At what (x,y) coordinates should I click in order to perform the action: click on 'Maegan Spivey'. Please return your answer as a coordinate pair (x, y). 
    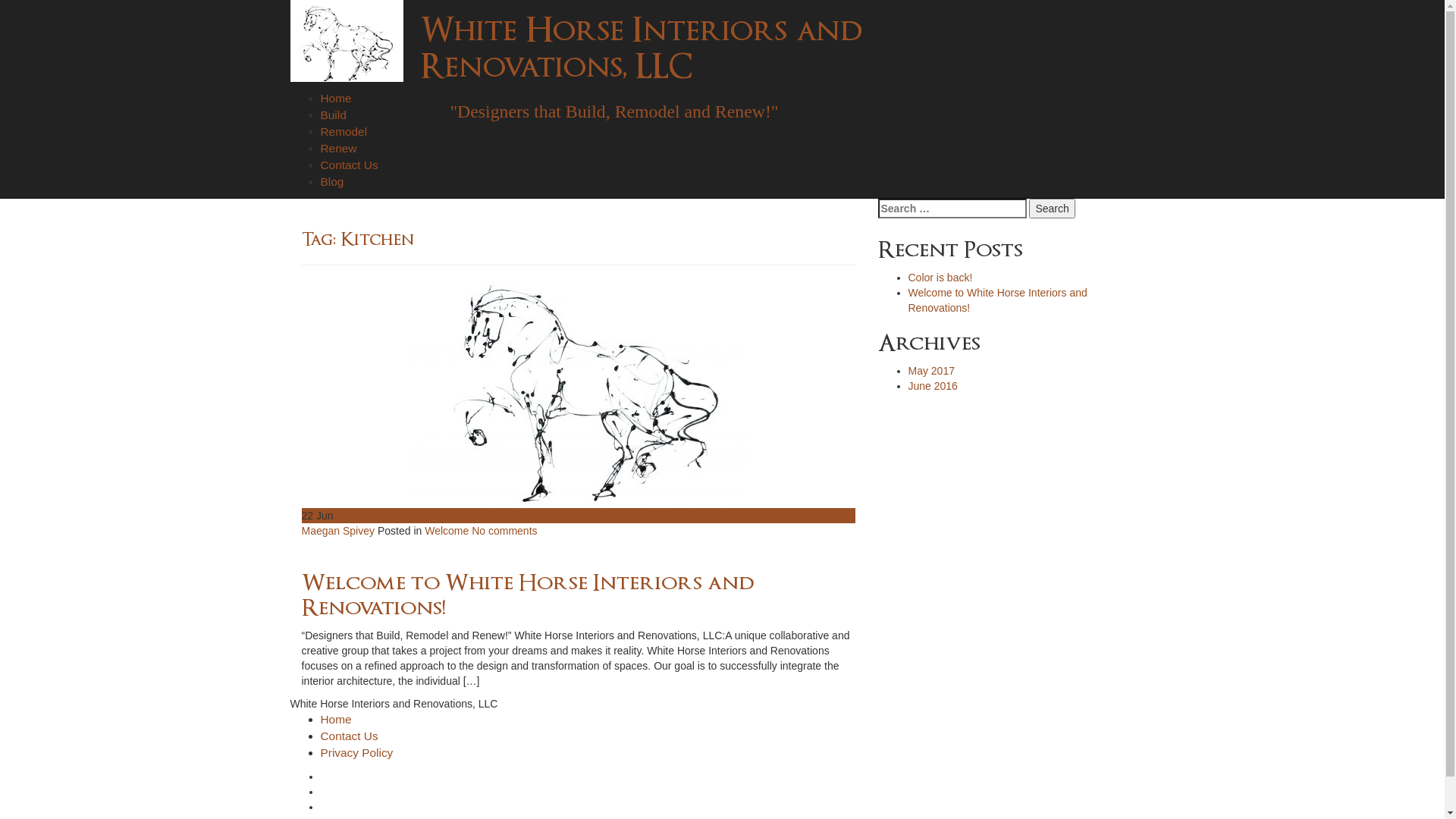
    Looking at the image, I should click on (338, 529).